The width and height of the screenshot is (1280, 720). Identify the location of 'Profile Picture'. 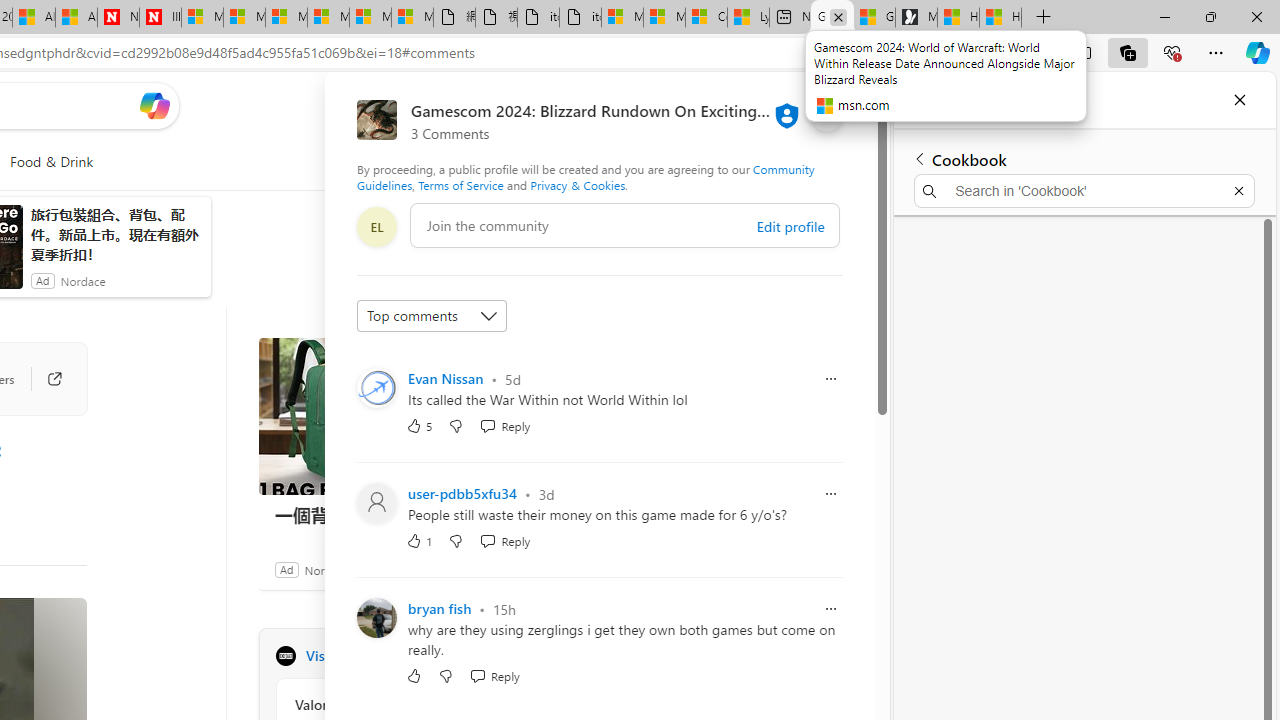
(376, 617).